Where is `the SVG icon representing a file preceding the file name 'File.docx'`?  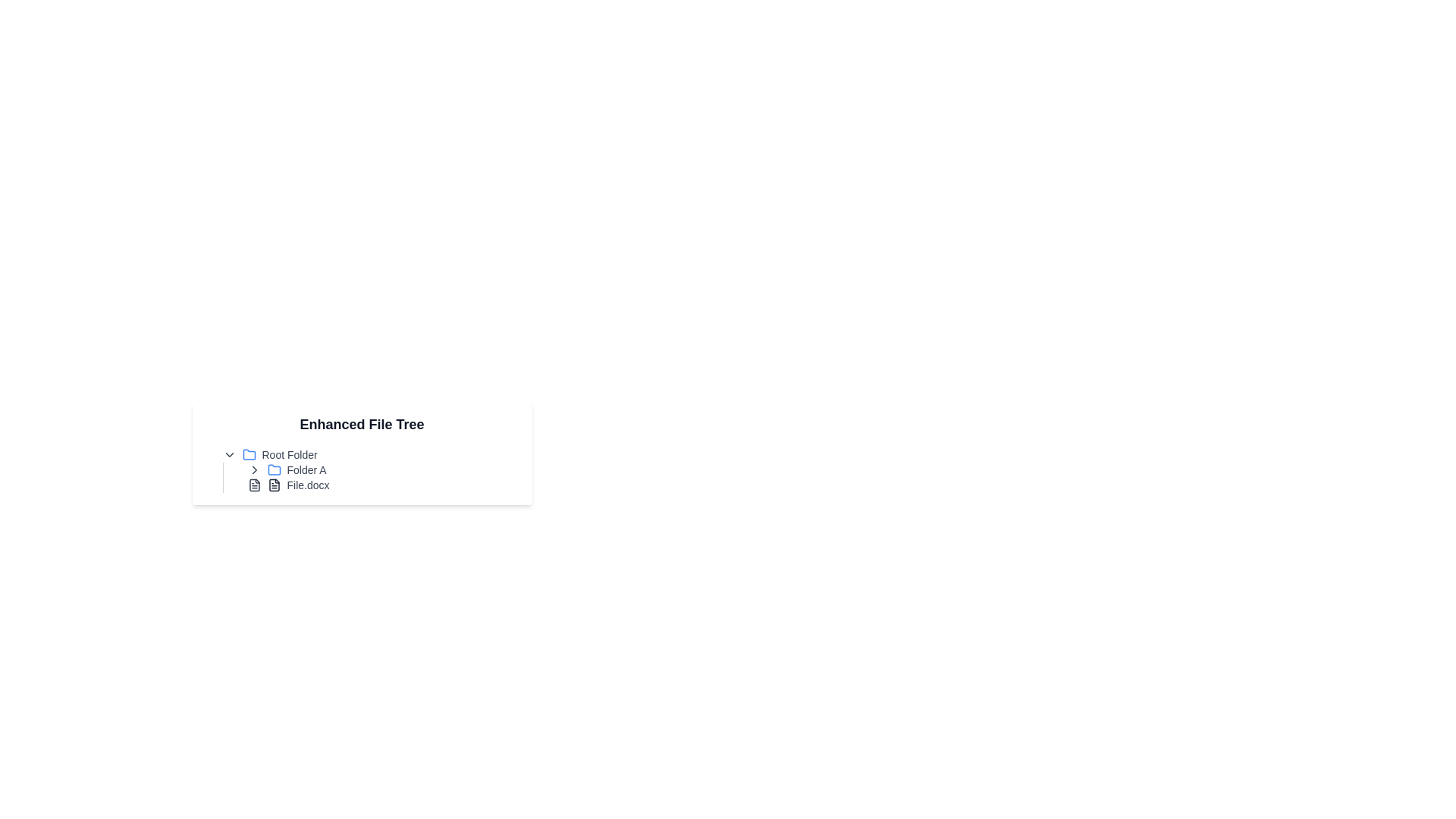 the SVG icon representing a file preceding the file name 'File.docx' is located at coordinates (254, 485).